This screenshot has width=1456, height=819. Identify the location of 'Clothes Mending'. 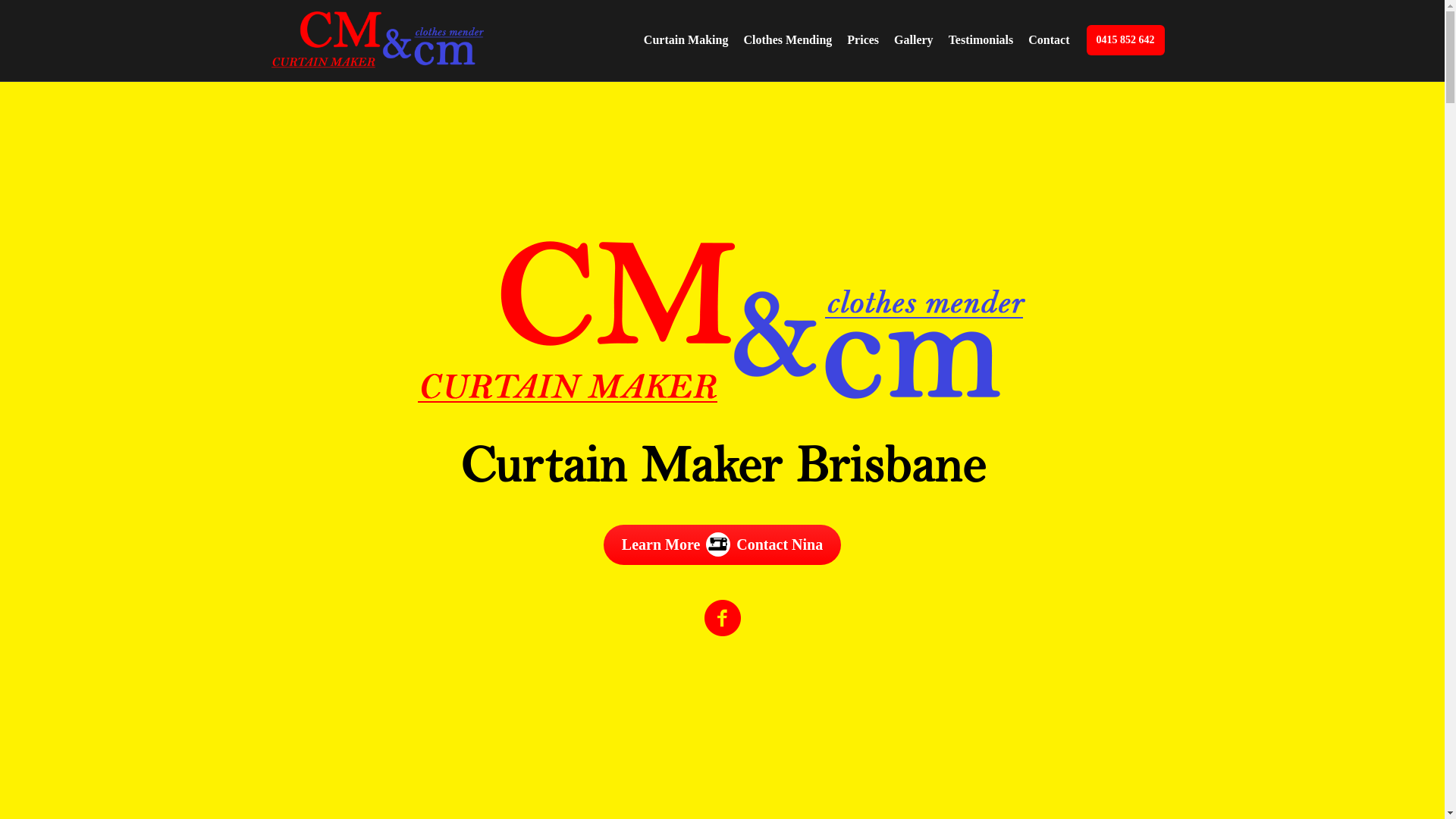
(787, 39).